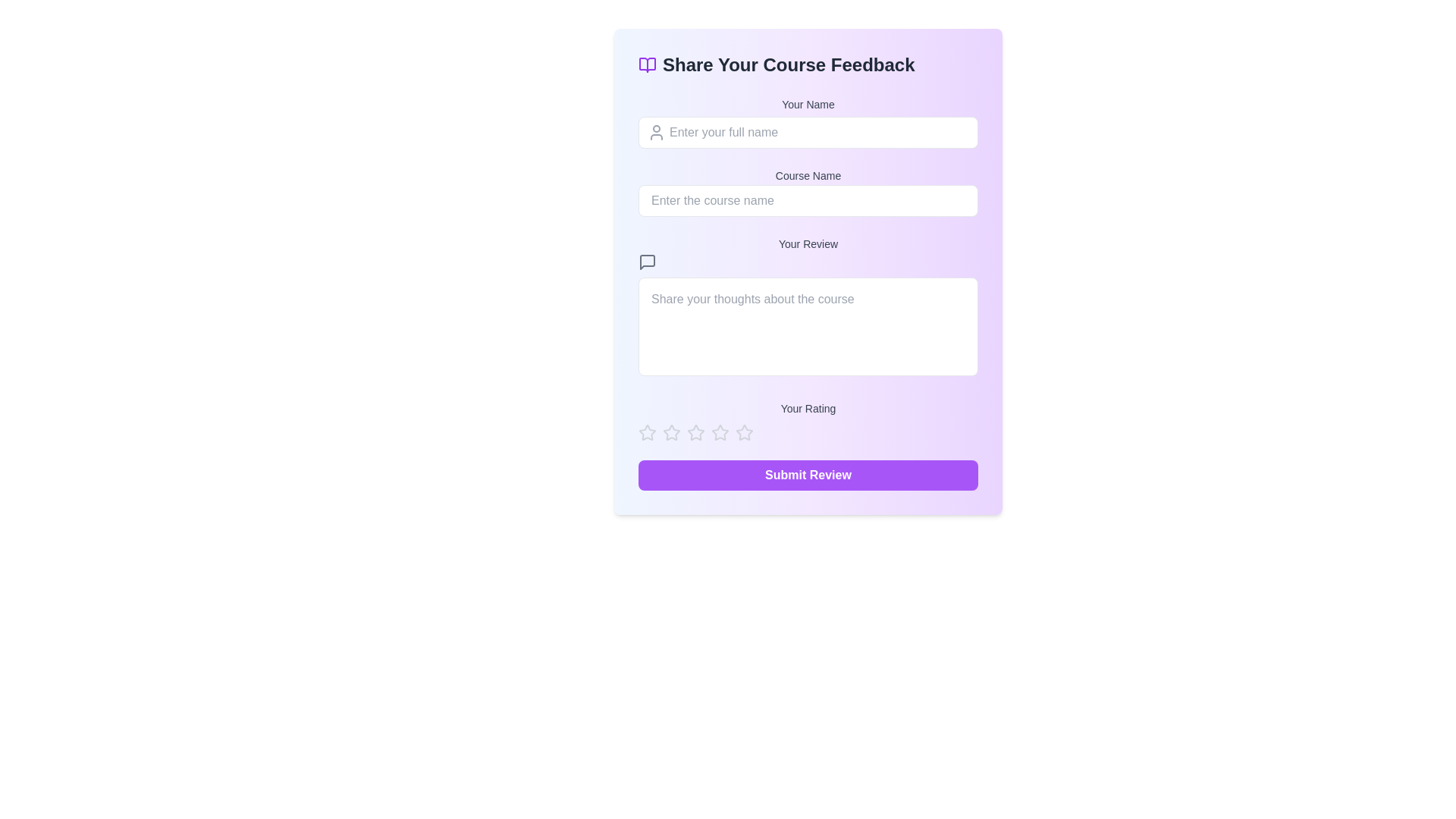  What do you see at coordinates (648, 64) in the screenshot?
I see `the decorative icon located at the top-left corner of the 'Share Your Course Feedback' dialog box, positioned just to the left of the title text` at bounding box center [648, 64].